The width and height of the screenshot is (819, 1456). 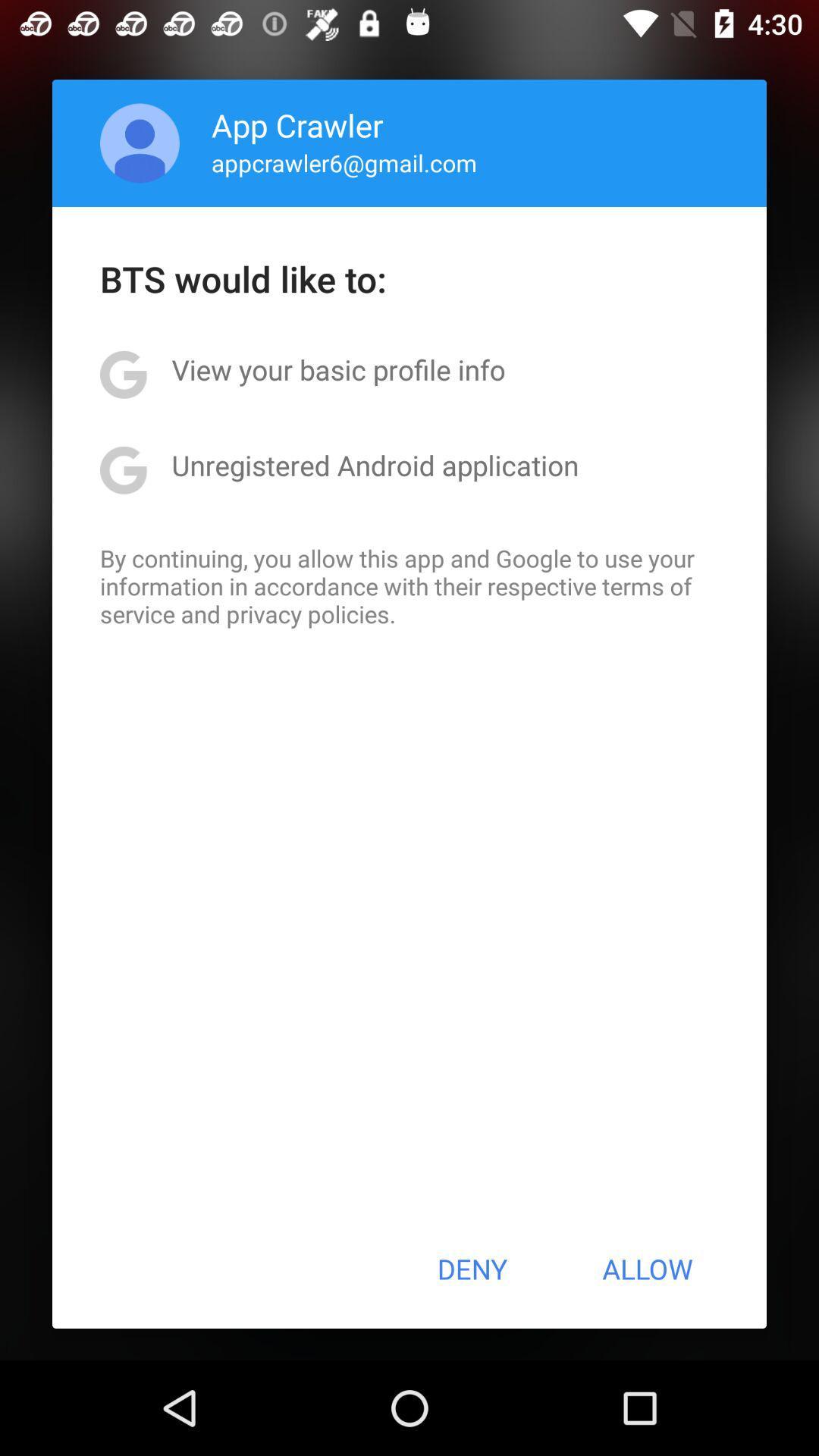 I want to click on icon above the bts would like, so click(x=140, y=143).